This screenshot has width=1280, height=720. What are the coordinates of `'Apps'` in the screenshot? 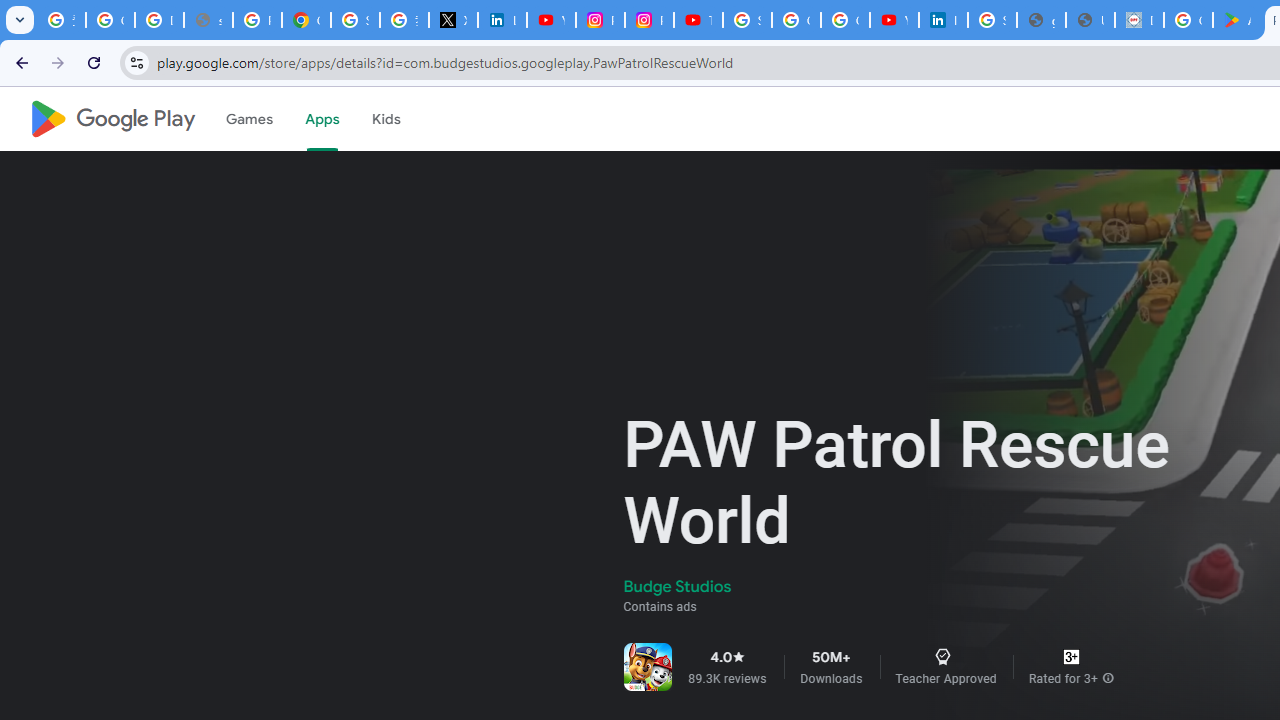 It's located at (321, 119).